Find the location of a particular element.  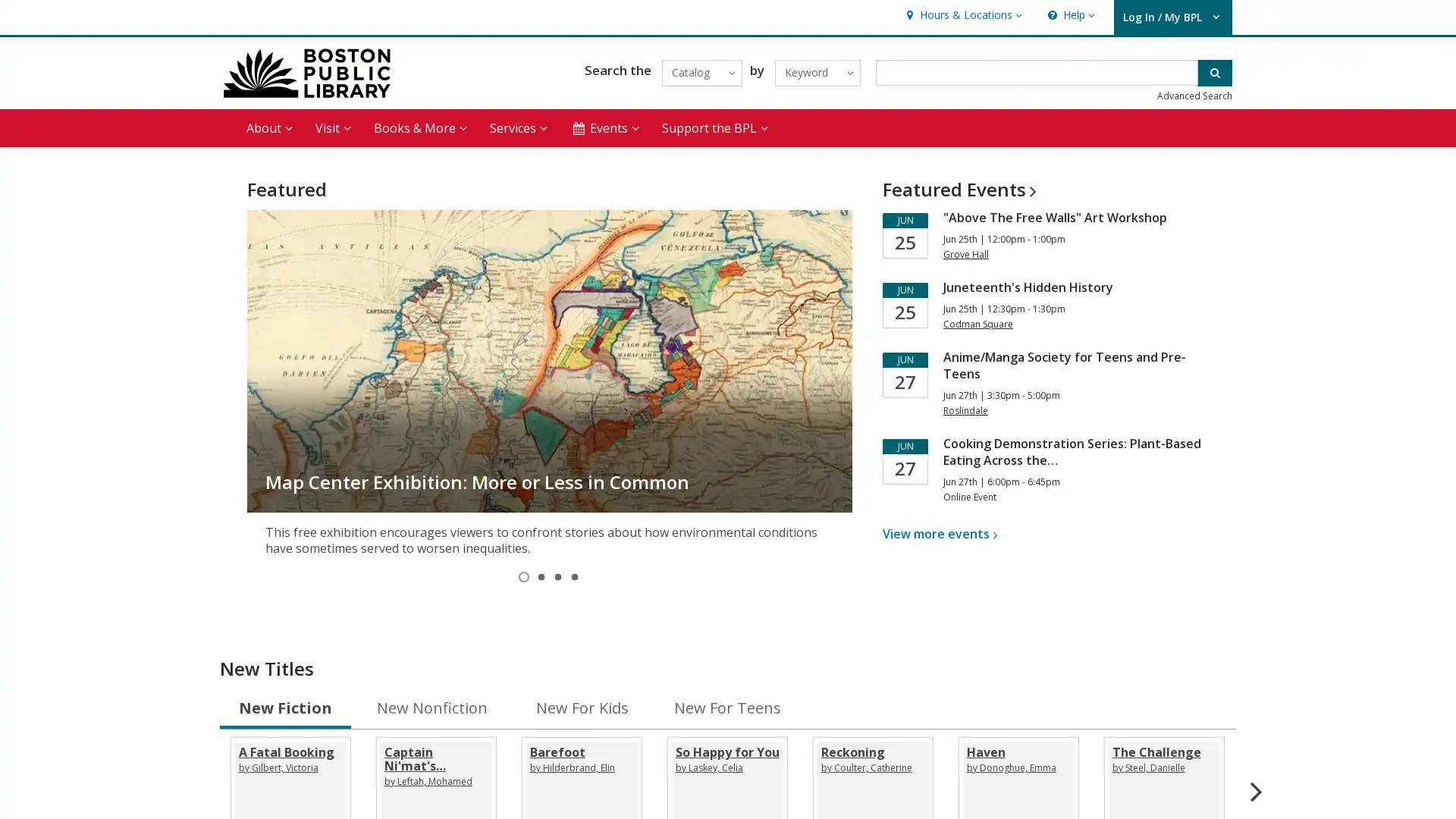

View item 2 is located at coordinates (541, 576).